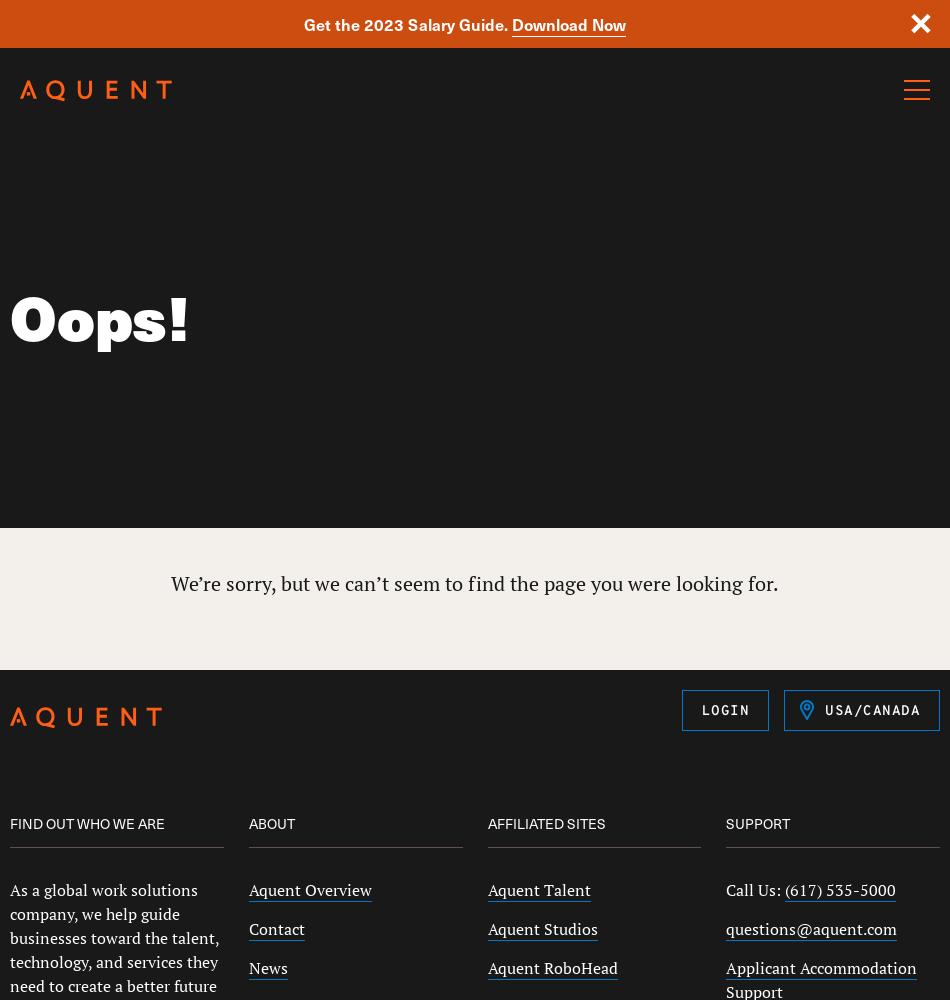  I want to click on 'Aquent RoboHead', so click(552, 967).